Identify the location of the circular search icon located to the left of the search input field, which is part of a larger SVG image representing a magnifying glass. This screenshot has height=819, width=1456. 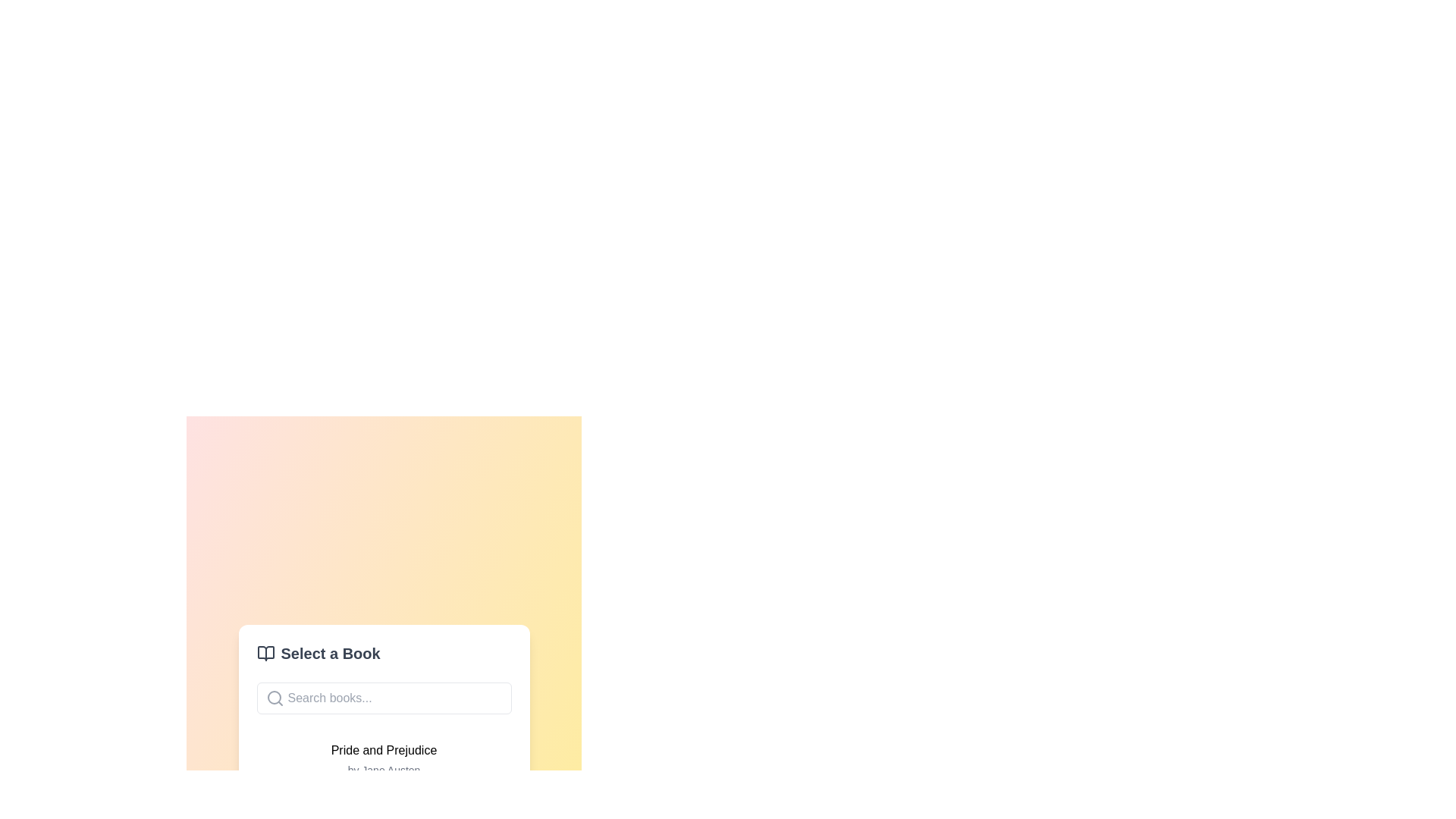
(274, 698).